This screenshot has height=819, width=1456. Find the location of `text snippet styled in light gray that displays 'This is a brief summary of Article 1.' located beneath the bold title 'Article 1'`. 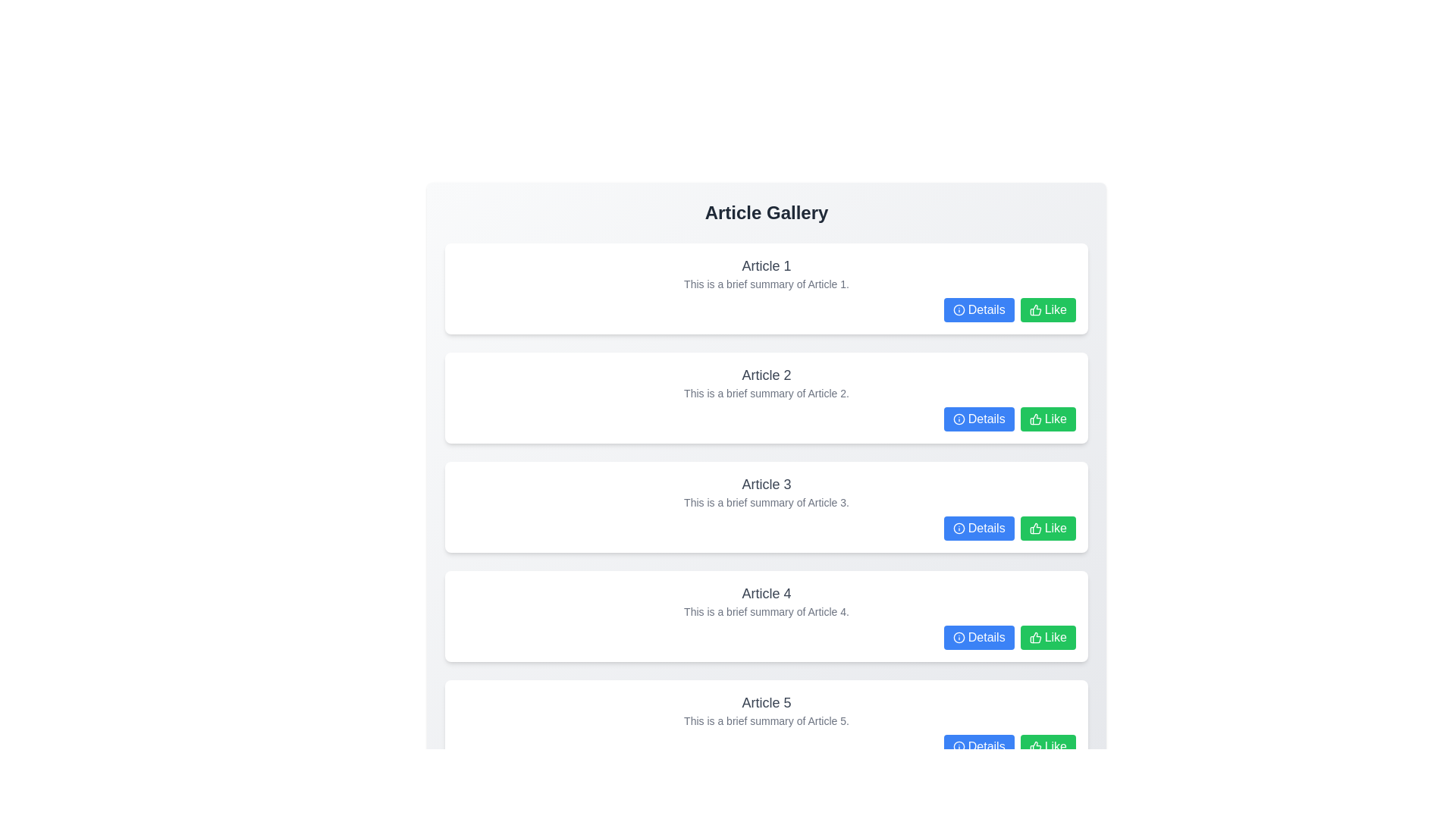

text snippet styled in light gray that displays 'This is a brief summary of Article 1.' located beneath the bold title 'Article 1' is located at coordinates (767, 284).